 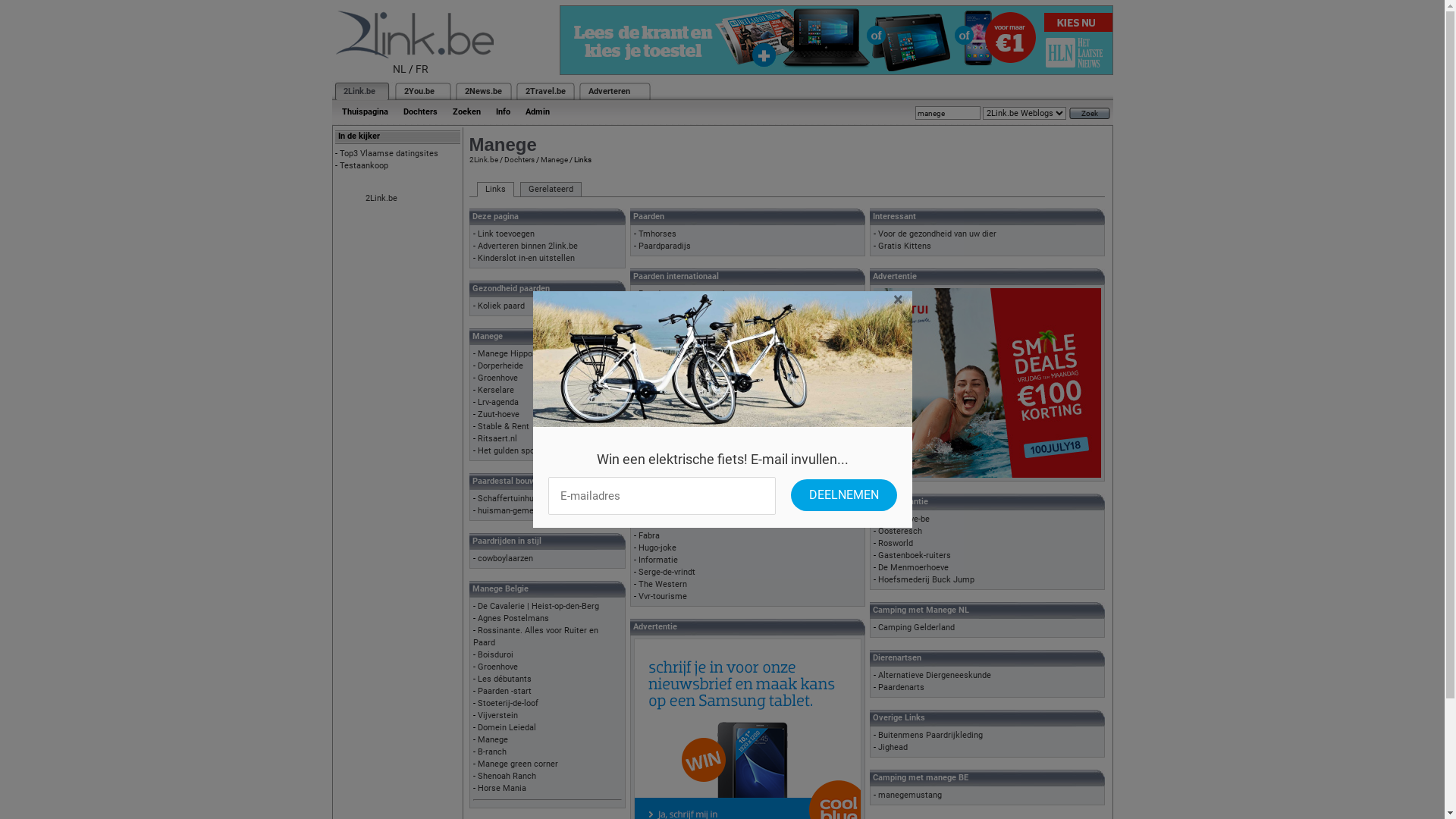 I want to click on 'Pferde-nordhessen', so click(x=673, y=354).